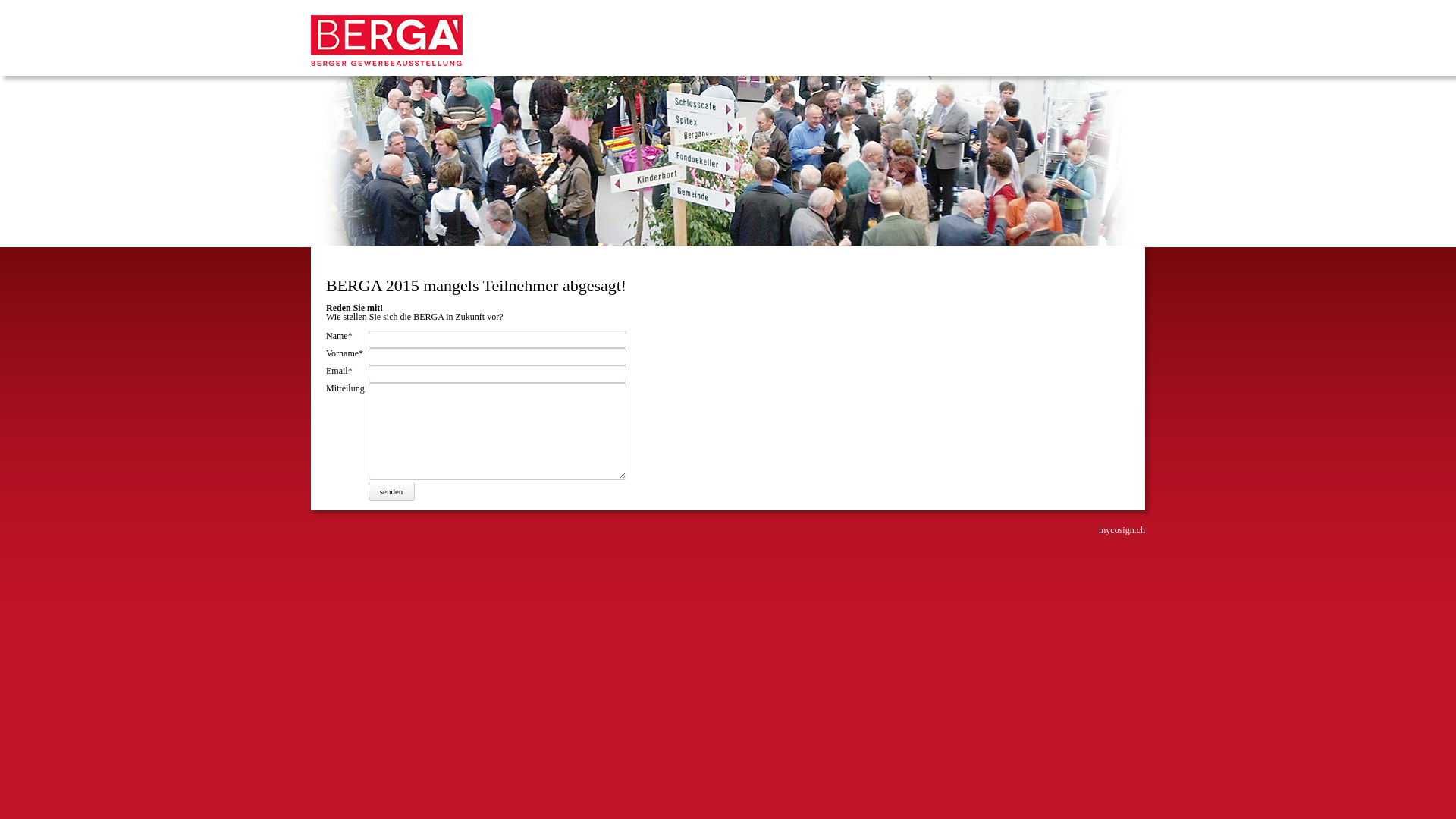 The width and height of the screenshot is (1456, 819). What do you see at coordinates (386, 62) in the screenshot?
I see `'Berga'` at bounding box center [386, 62].